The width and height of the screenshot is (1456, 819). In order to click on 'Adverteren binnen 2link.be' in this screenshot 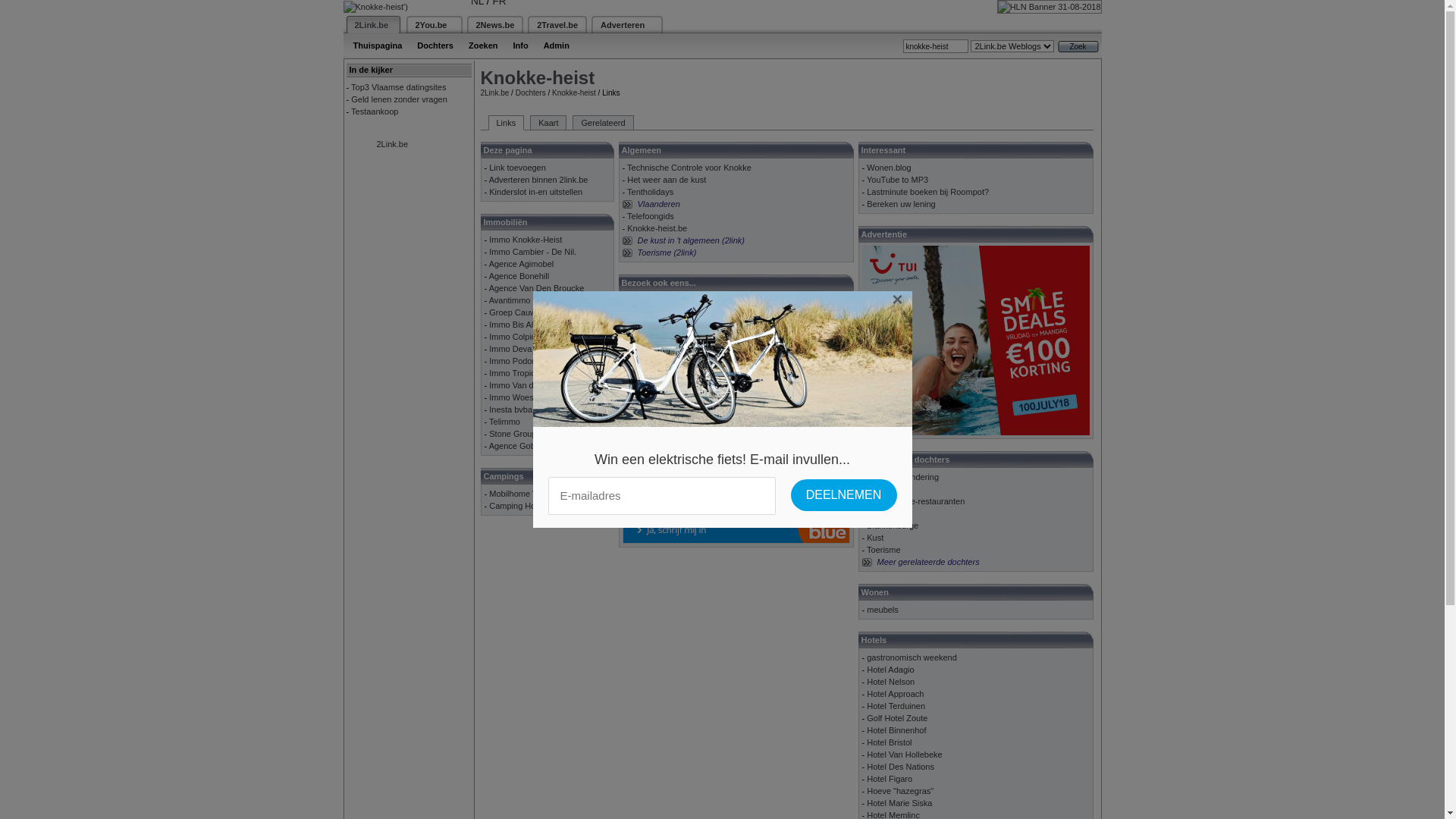, I will do `click(538, 178)`.